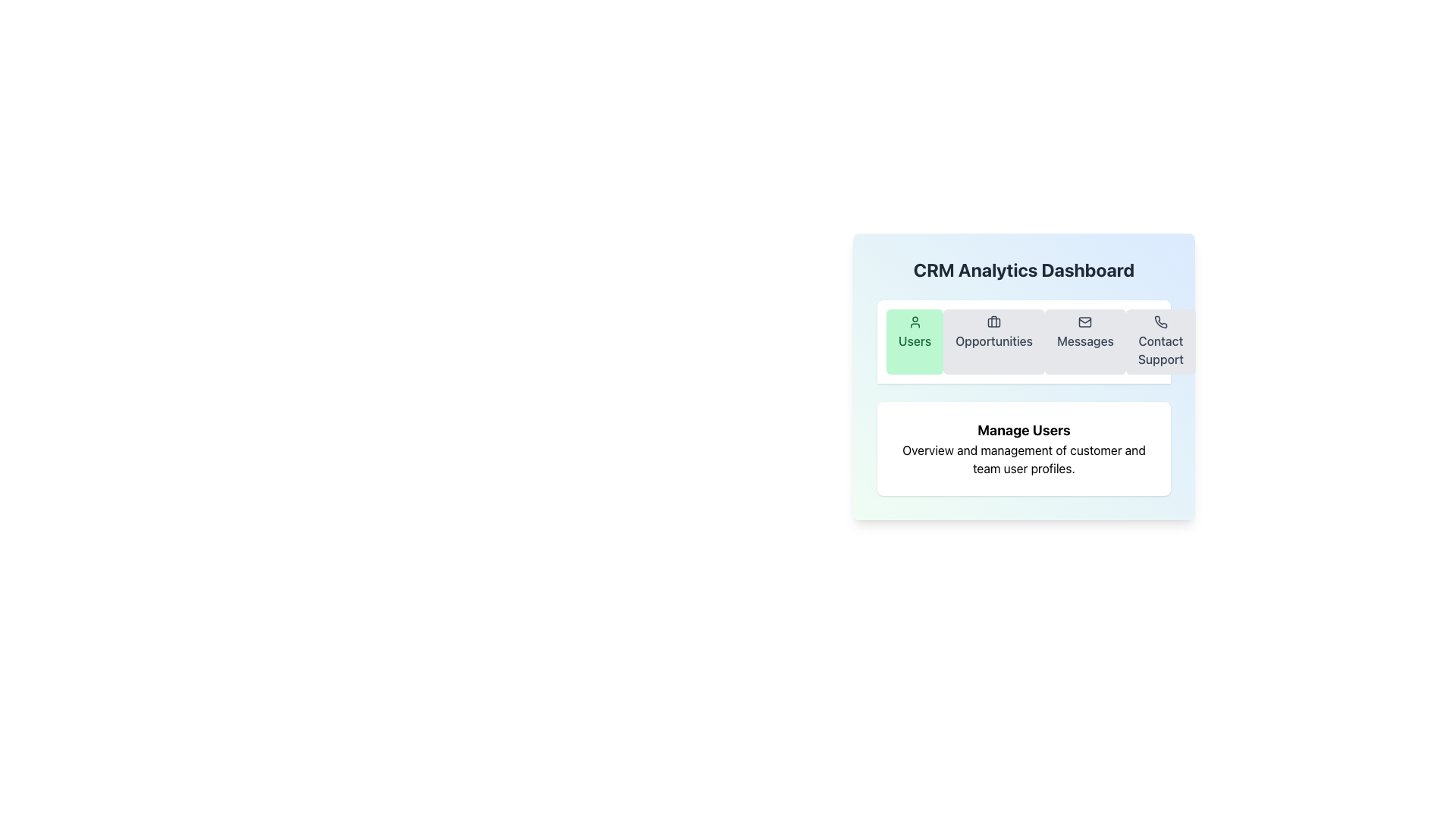 Image resolution: width=1456 pixels, height=819 pixels. I want to click on the support contact icon located on the right side of the navigation bar, so click(1160, 321).